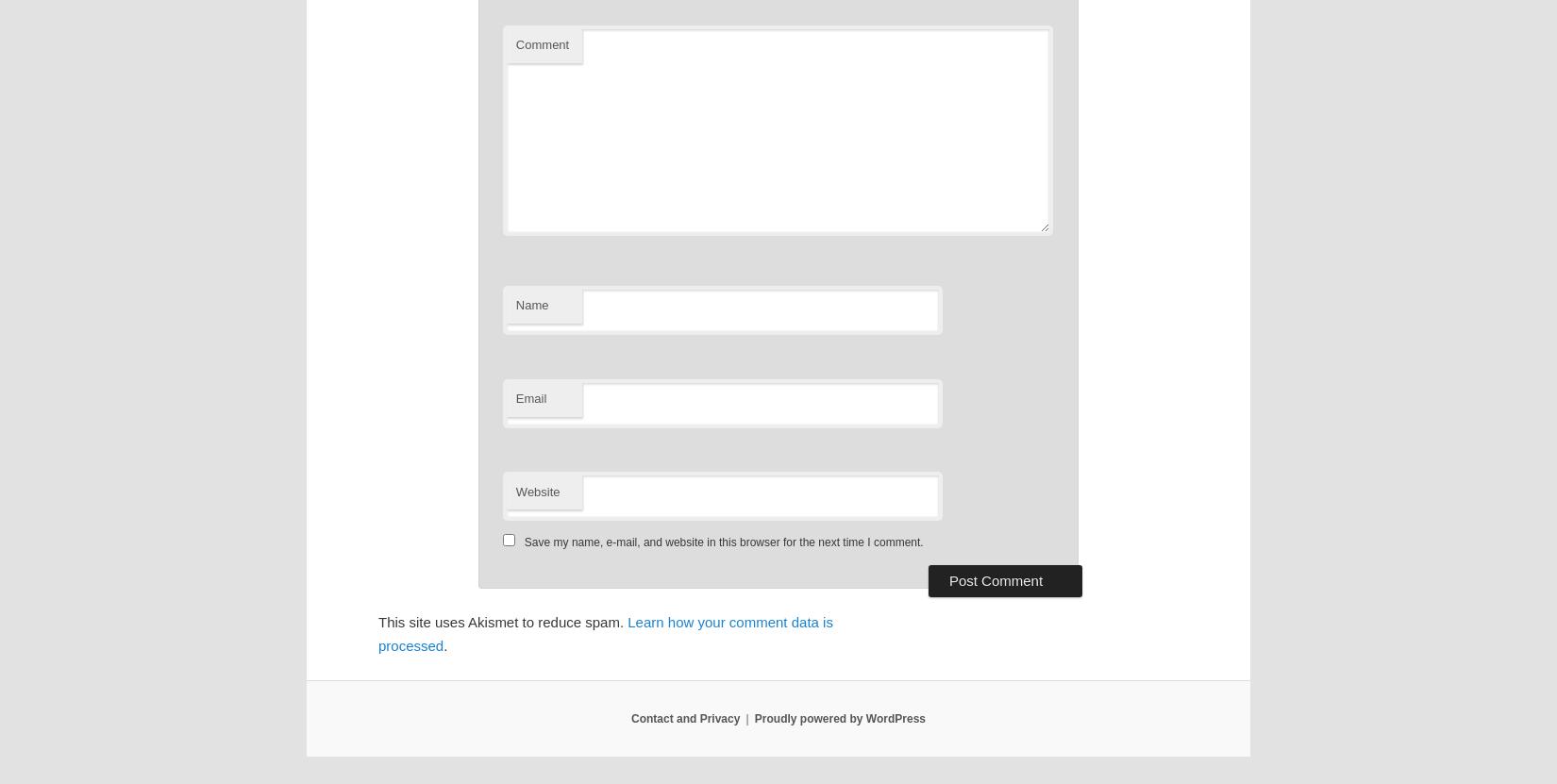 The image size is (1557, 784). I want to click on 'Website', so click(536, 490).